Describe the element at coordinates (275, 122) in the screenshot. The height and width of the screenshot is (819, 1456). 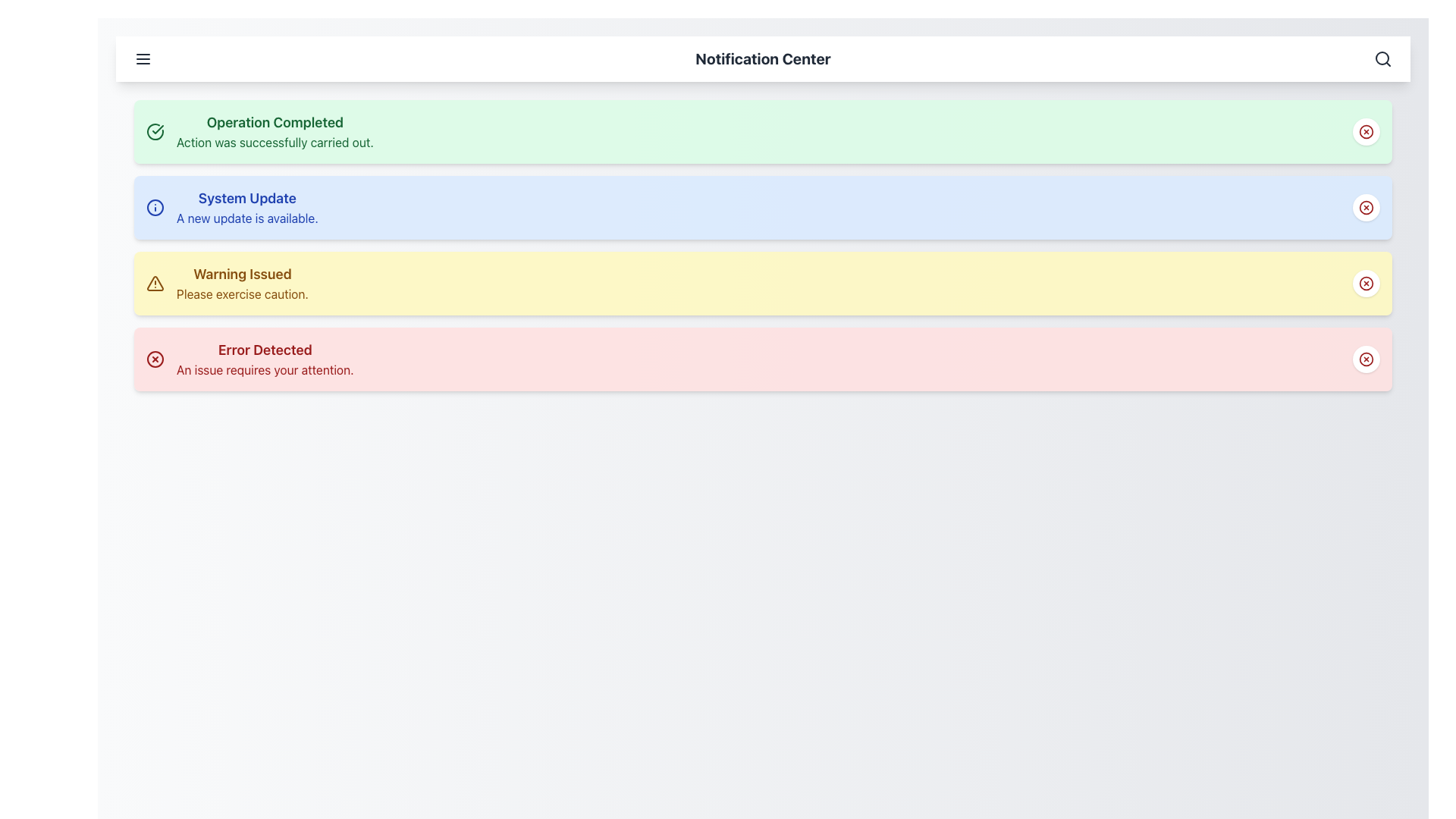
I see `the text label at the top-left of the green notification card, which indicates a successful operation completion` at that location.